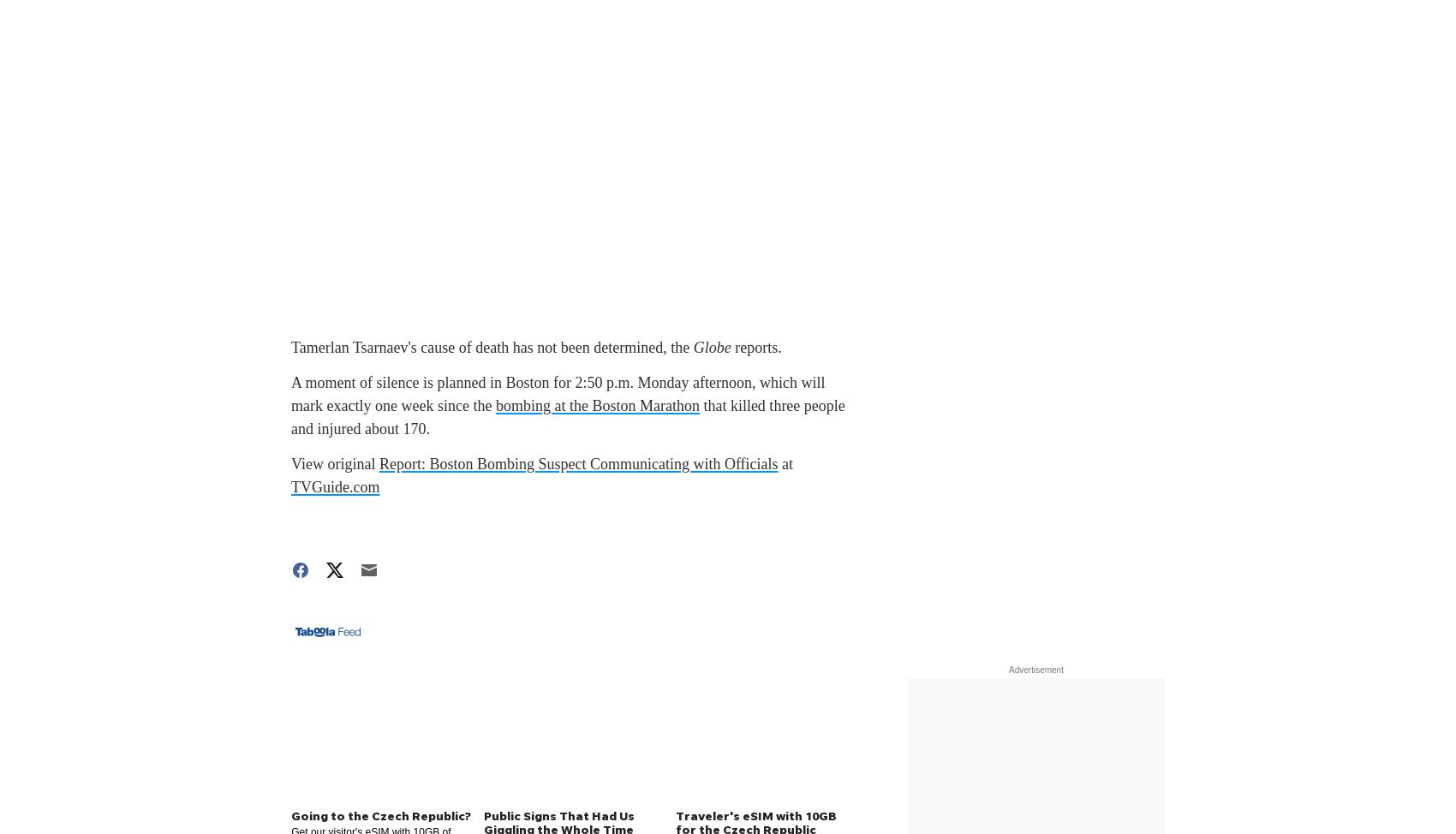 Image resolution: width=1456 pixels, height=834 pixels. I want to click on 'at', so click(785, 464).